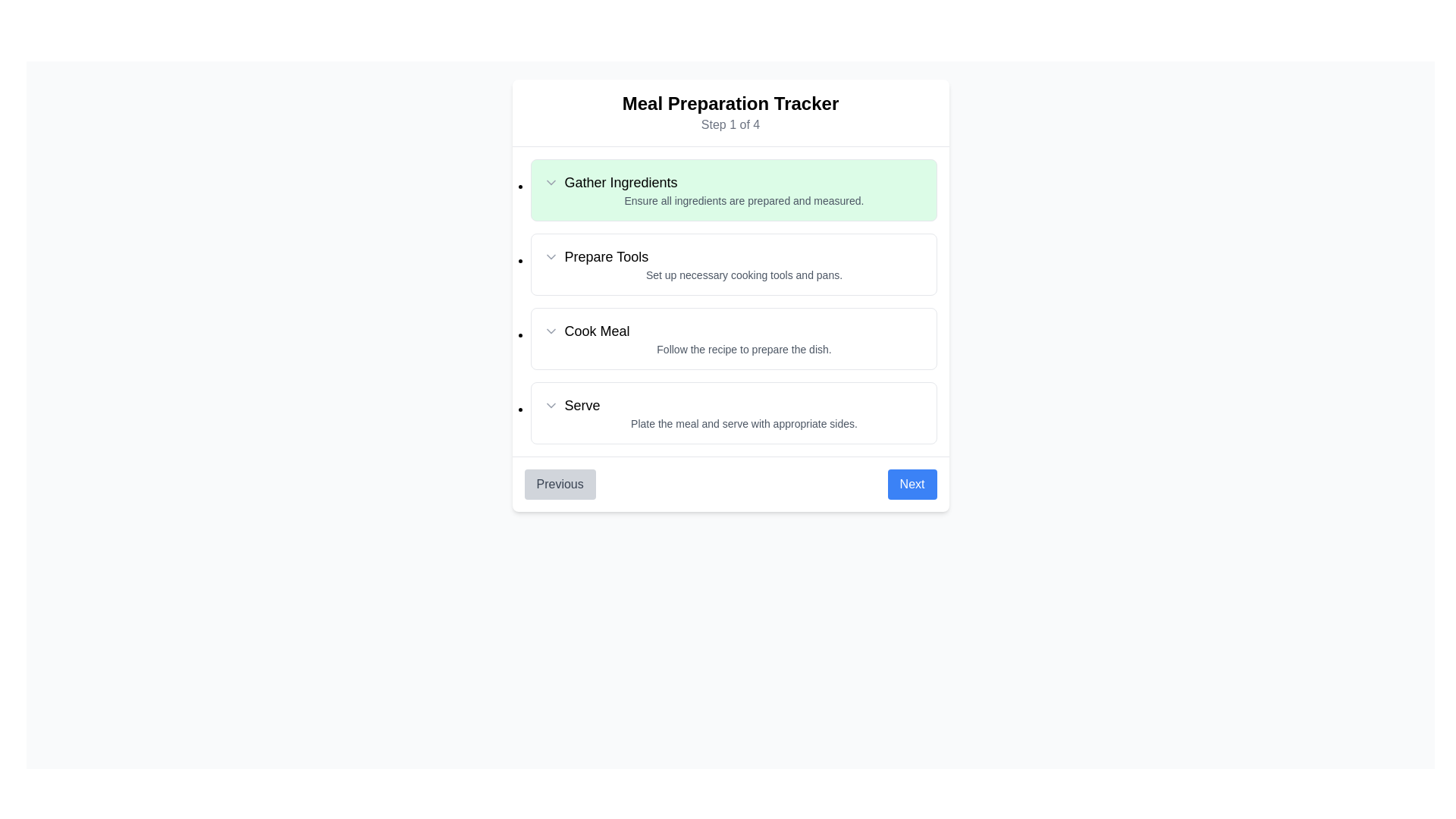  Describe the element at coordinates (733, 256) in the screenshot. I see `the title of the instructional section` at that location.